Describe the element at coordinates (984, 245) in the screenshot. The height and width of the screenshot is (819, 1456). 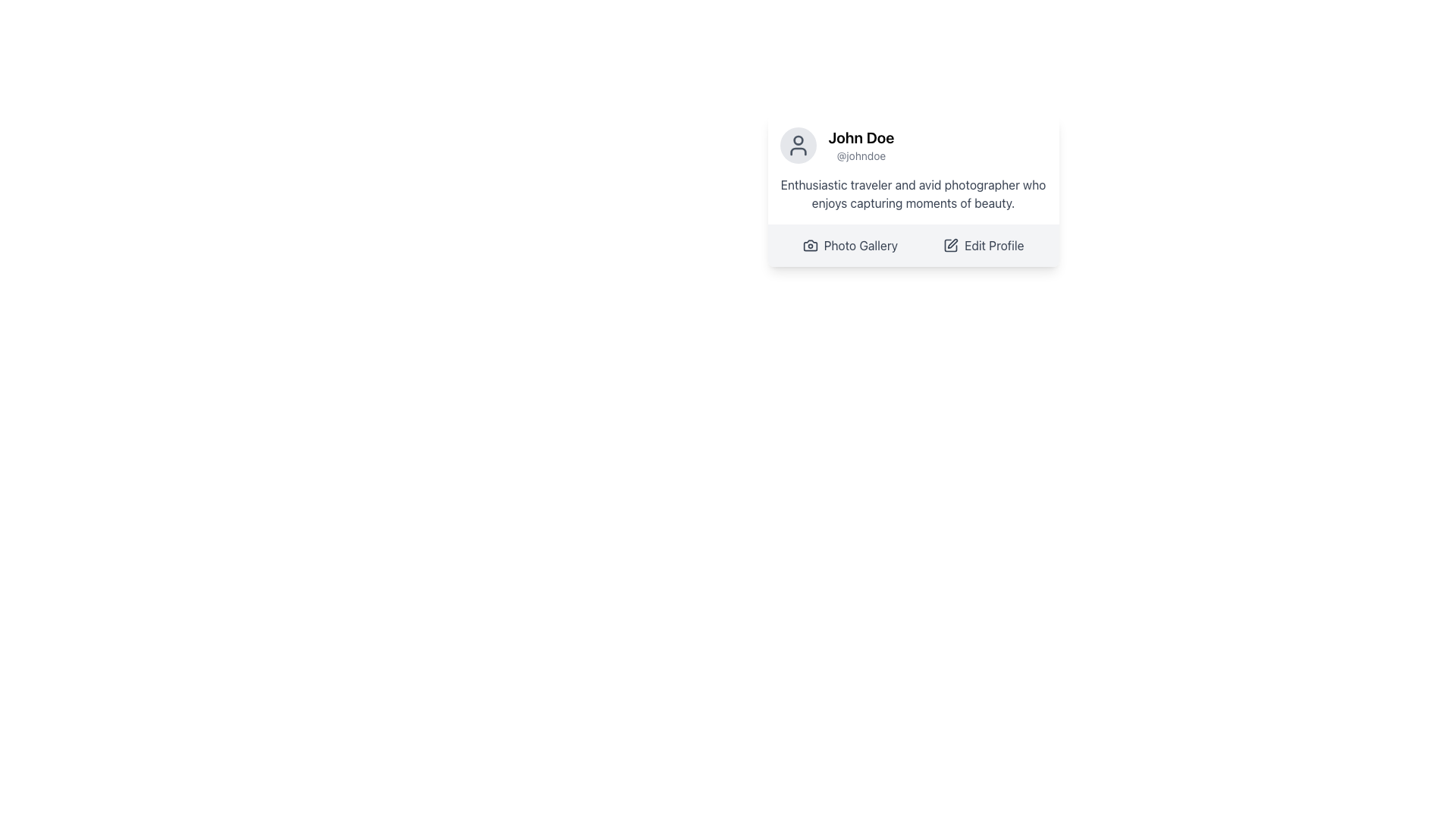
I see `the 'Edit Profile' button using keyboard navigation` at that location.